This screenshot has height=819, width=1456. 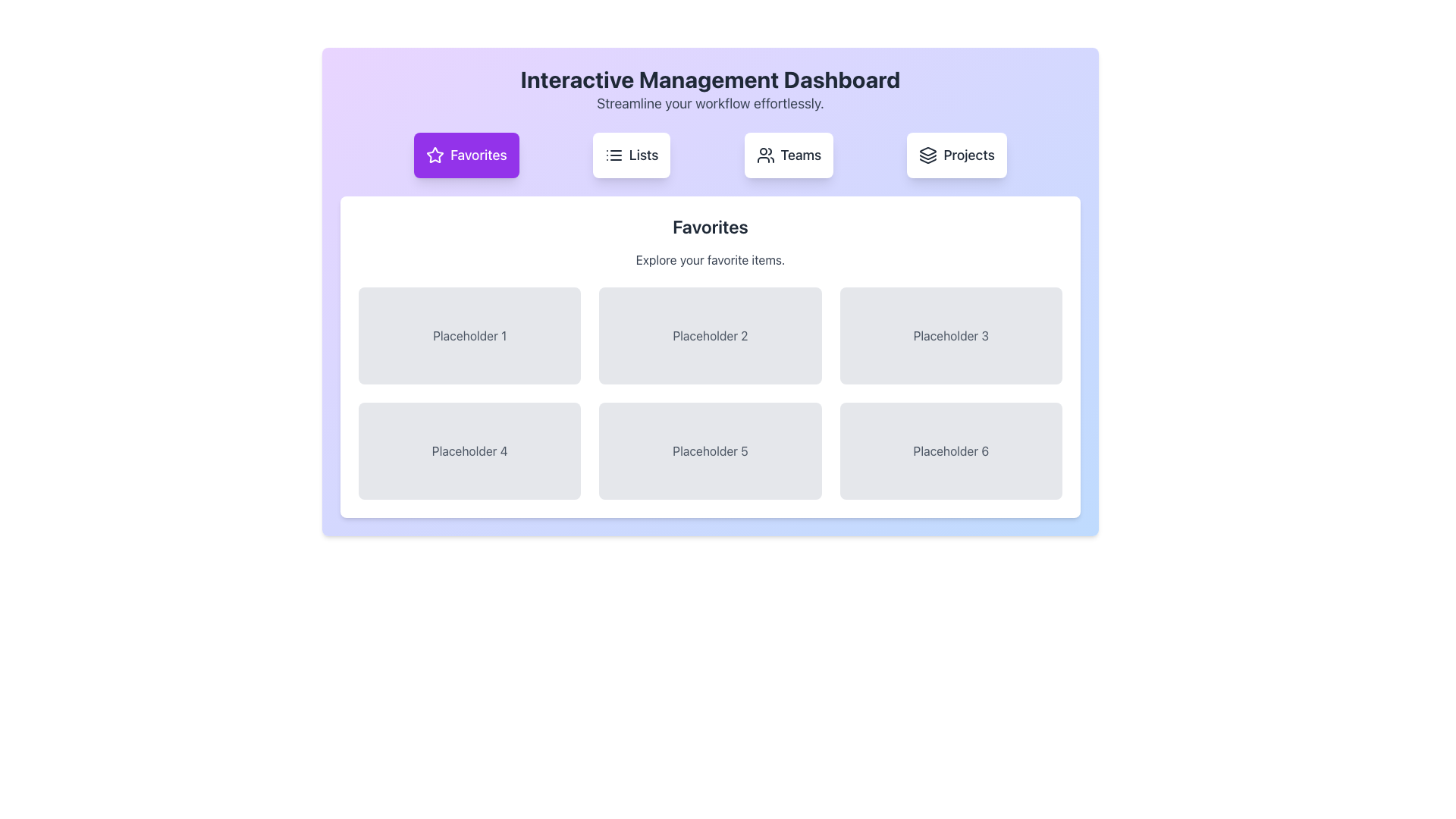 What do you see at coordinates (956, 155) in the screenshot?
I see `the 'Projects' button, which is the fourth button in a horizontal list, displaying a stack icon and gray text on a white background` at bounding box center [956, 155].